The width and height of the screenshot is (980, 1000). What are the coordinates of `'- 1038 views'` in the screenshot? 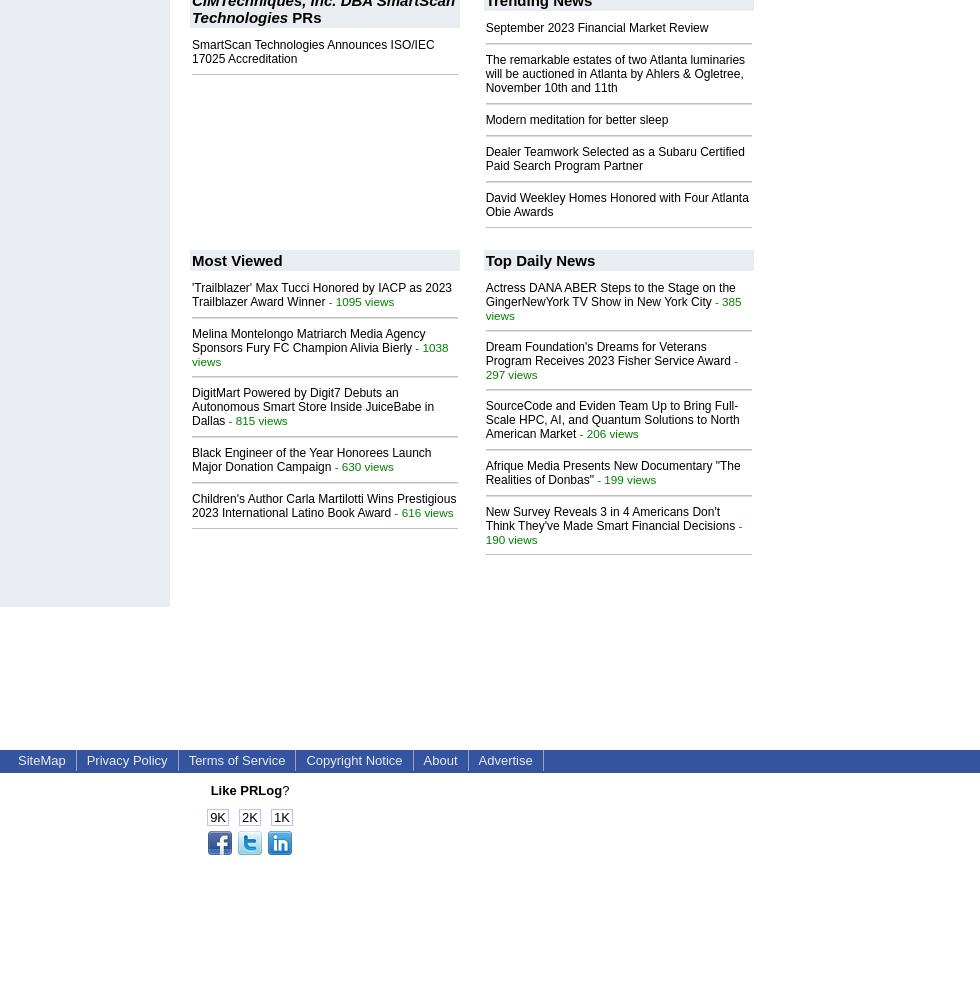 It's located at (191, 352).